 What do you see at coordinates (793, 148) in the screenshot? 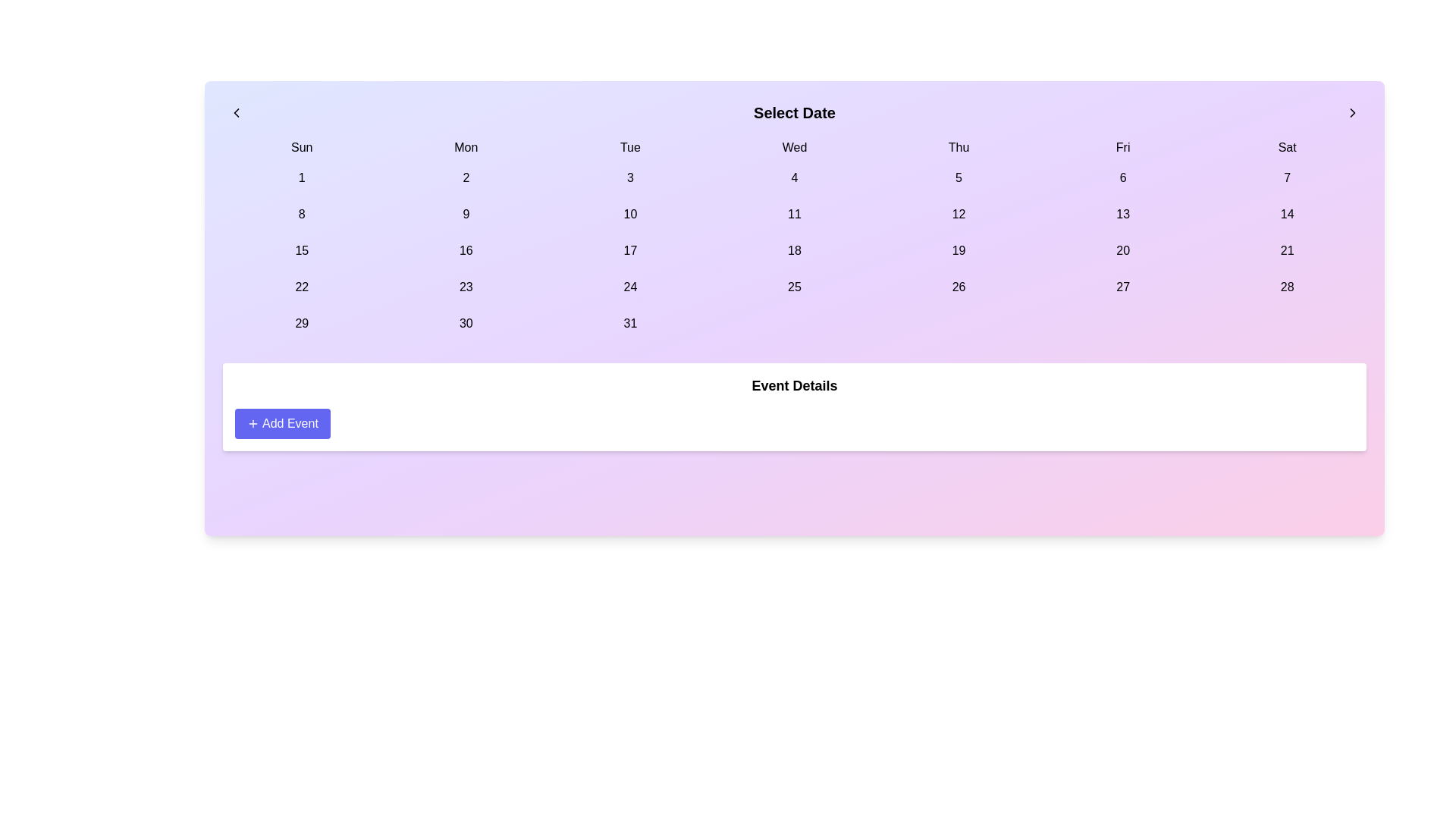
I see `the text element displaying 'Wed', which is the fourth day in the calendar's row of days of the week, centered horizontally in its allocated space` at bounding box center [793, 148].